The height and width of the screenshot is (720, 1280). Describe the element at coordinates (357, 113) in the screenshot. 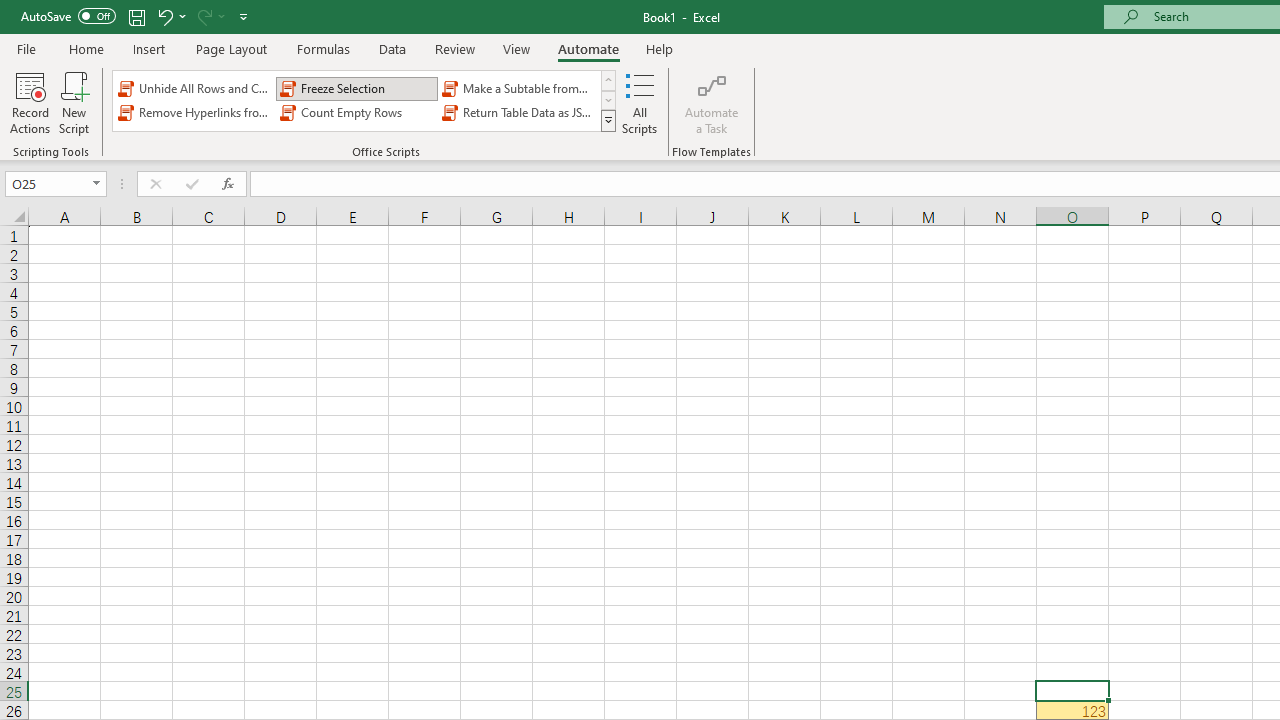

I see `'Count Empty Rows'` at that location.